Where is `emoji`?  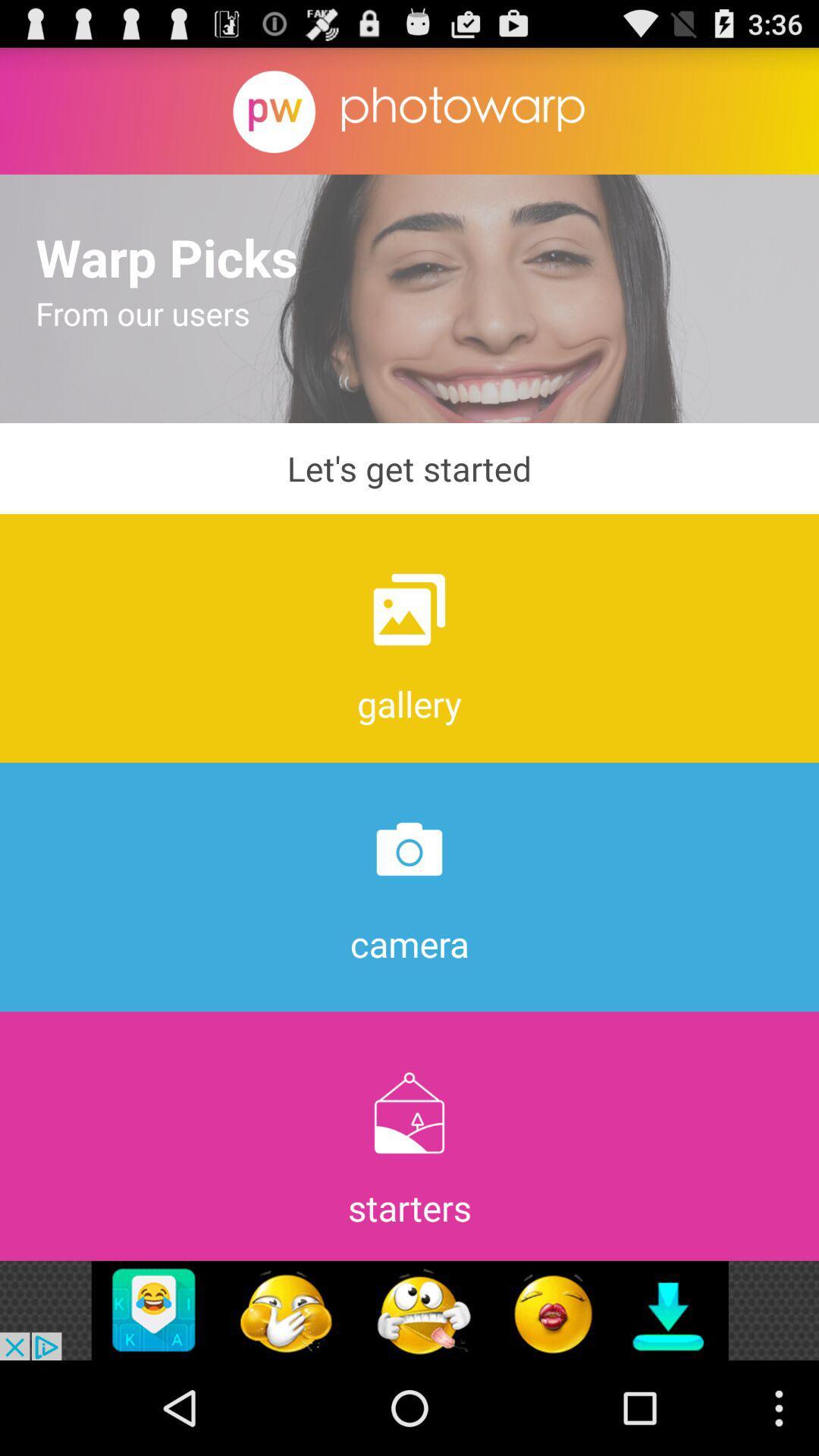 emoji is located at coordinates (409, 1310).